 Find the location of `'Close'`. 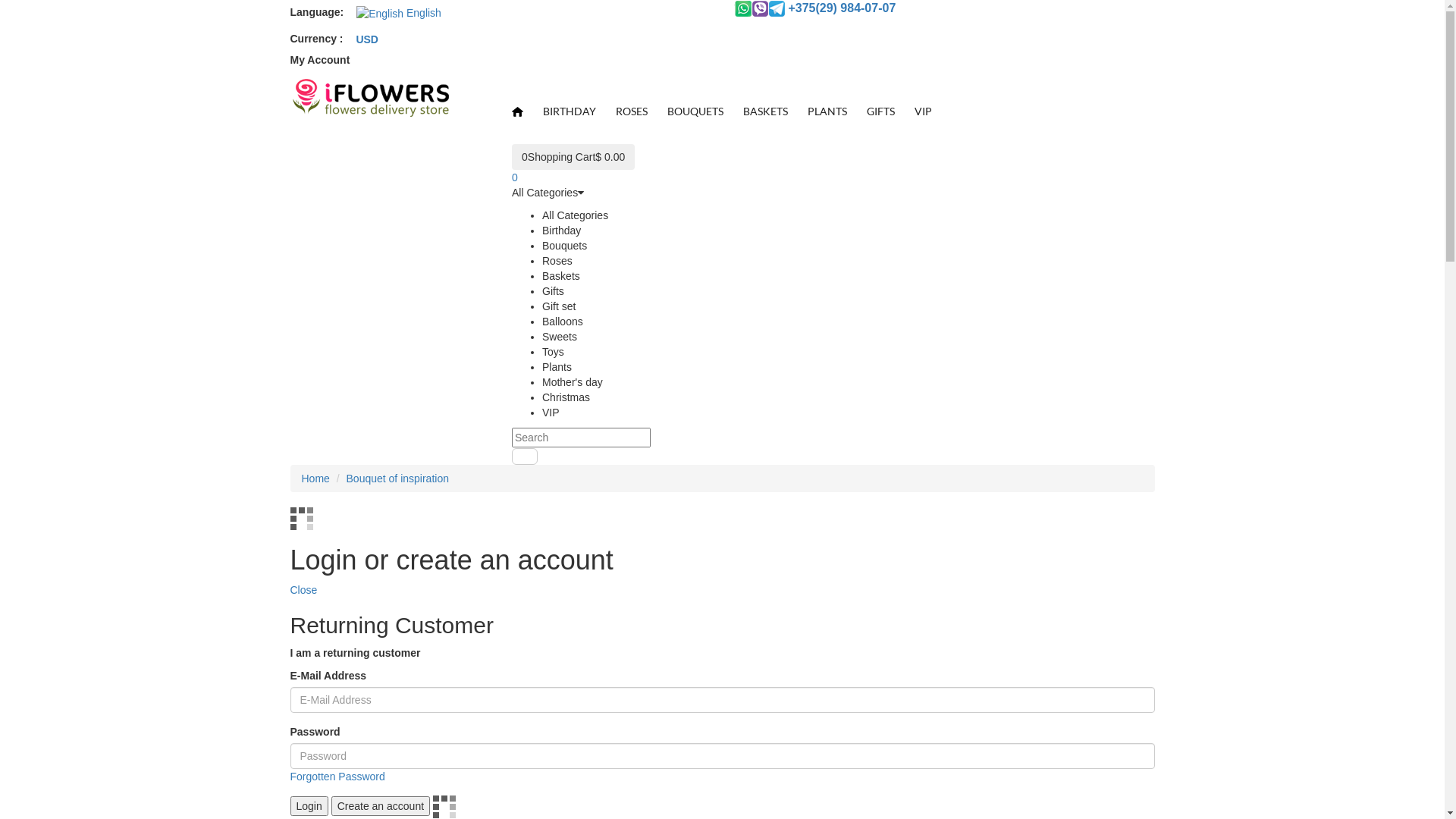

'Close' is located at coordinates (303, 589).